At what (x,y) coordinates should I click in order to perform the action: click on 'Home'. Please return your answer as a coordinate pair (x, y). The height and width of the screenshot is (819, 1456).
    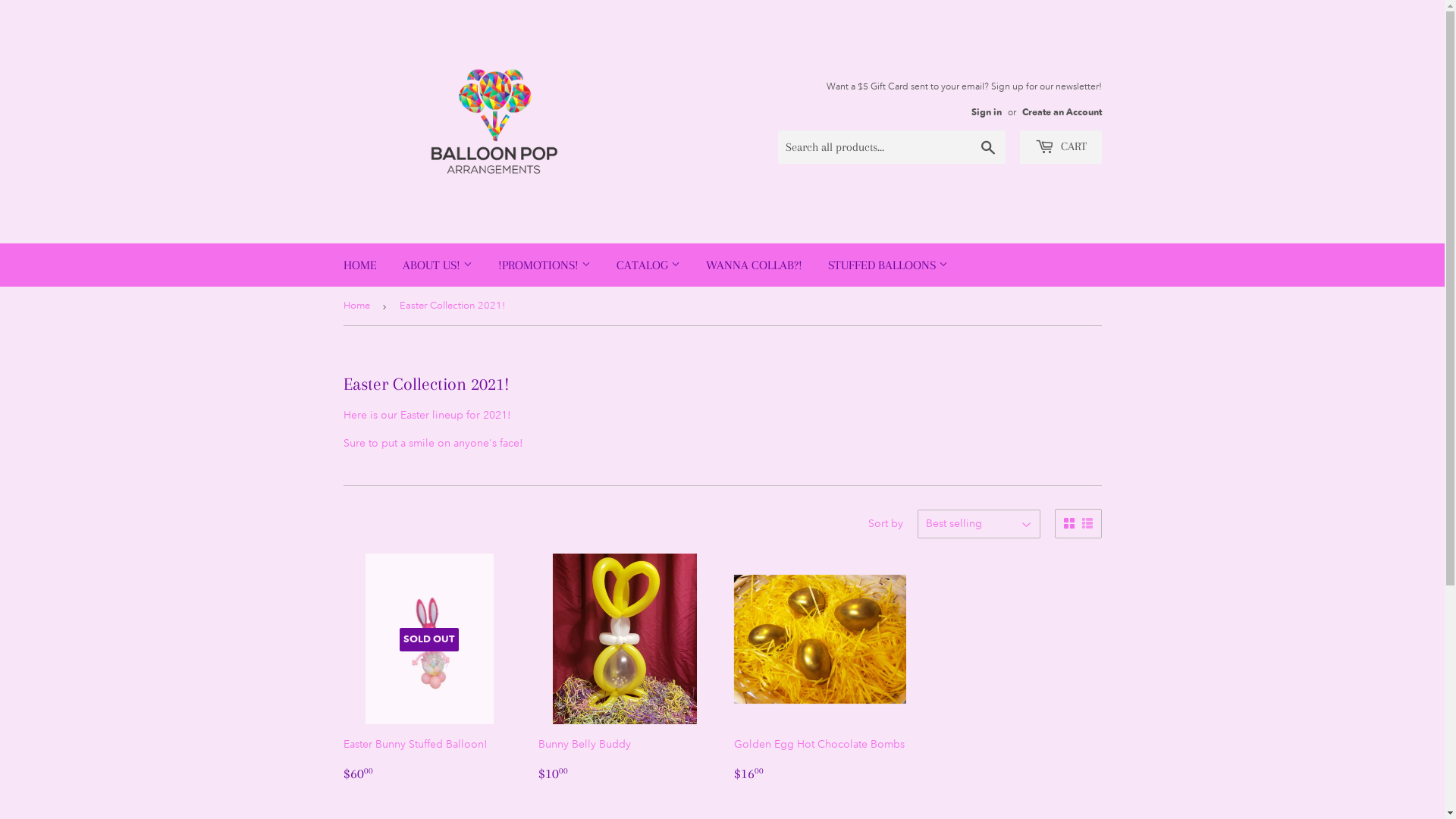
    Looking at the image, I should click on (341, 306).